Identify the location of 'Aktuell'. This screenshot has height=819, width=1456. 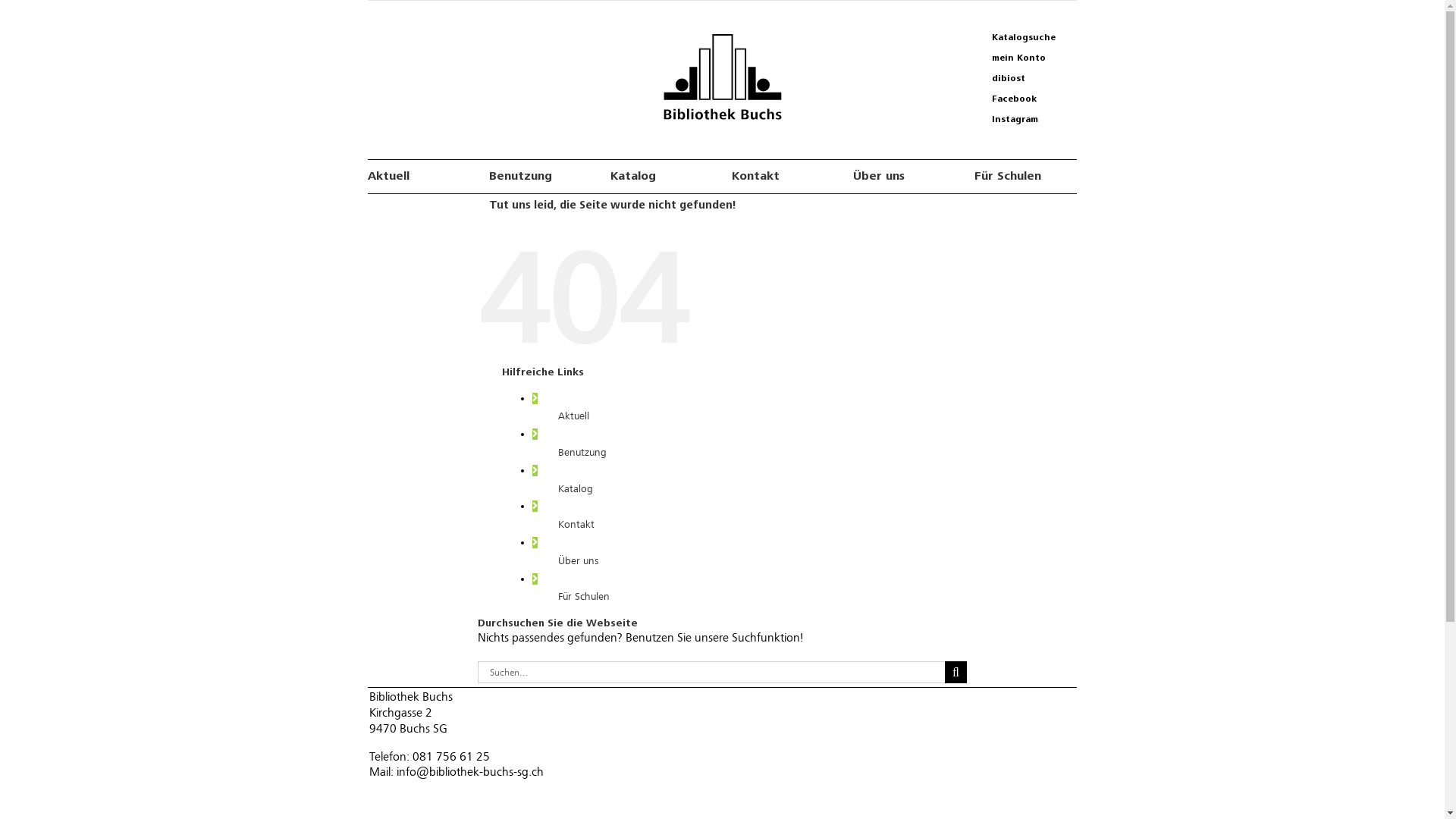
(419, 175).